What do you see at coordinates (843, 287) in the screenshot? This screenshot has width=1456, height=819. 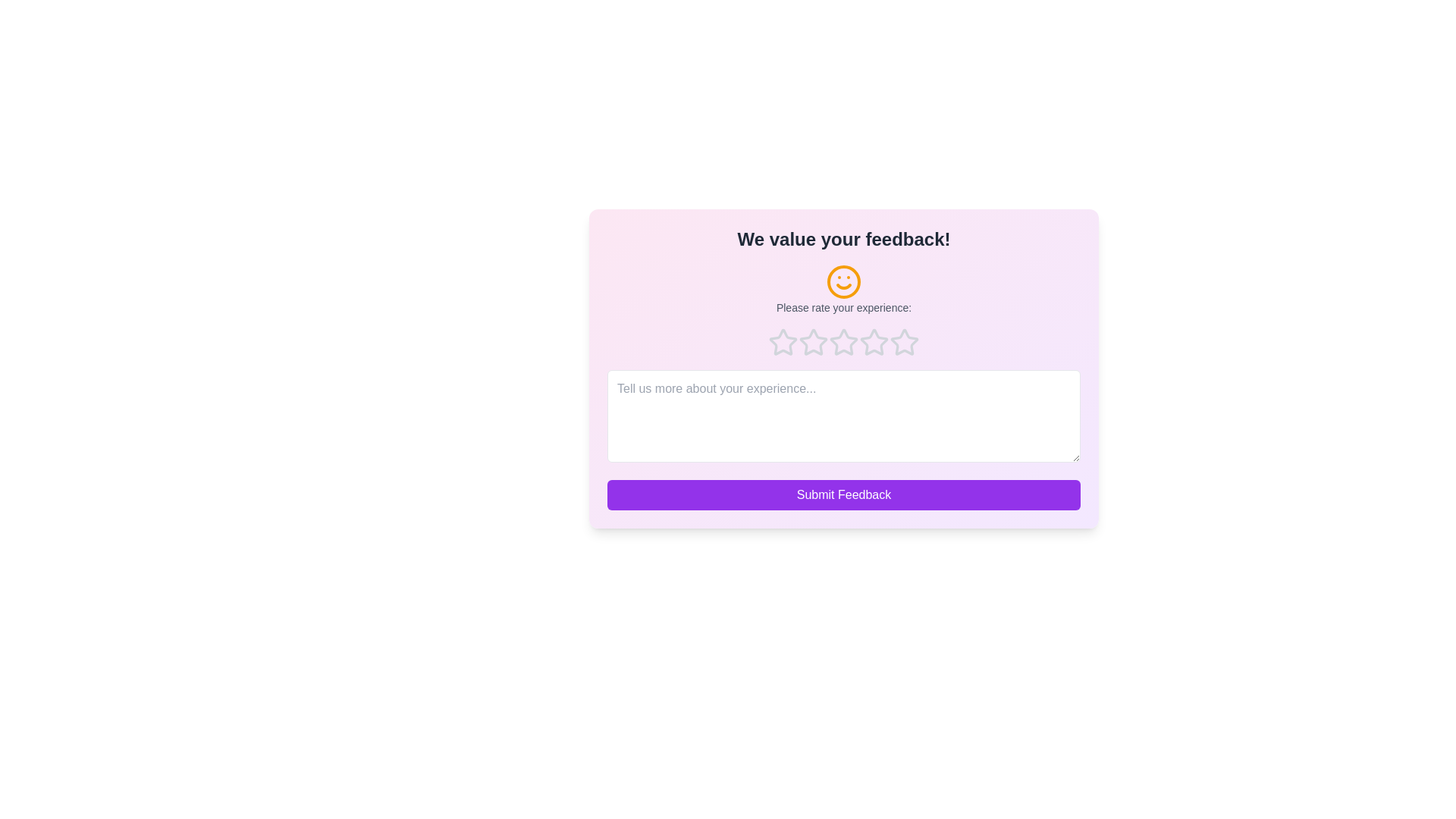 I see `the decorative graphical element that represents a curved smile within the smiley face, located in the lower half of the graphic` at bounding box center [843, 287].